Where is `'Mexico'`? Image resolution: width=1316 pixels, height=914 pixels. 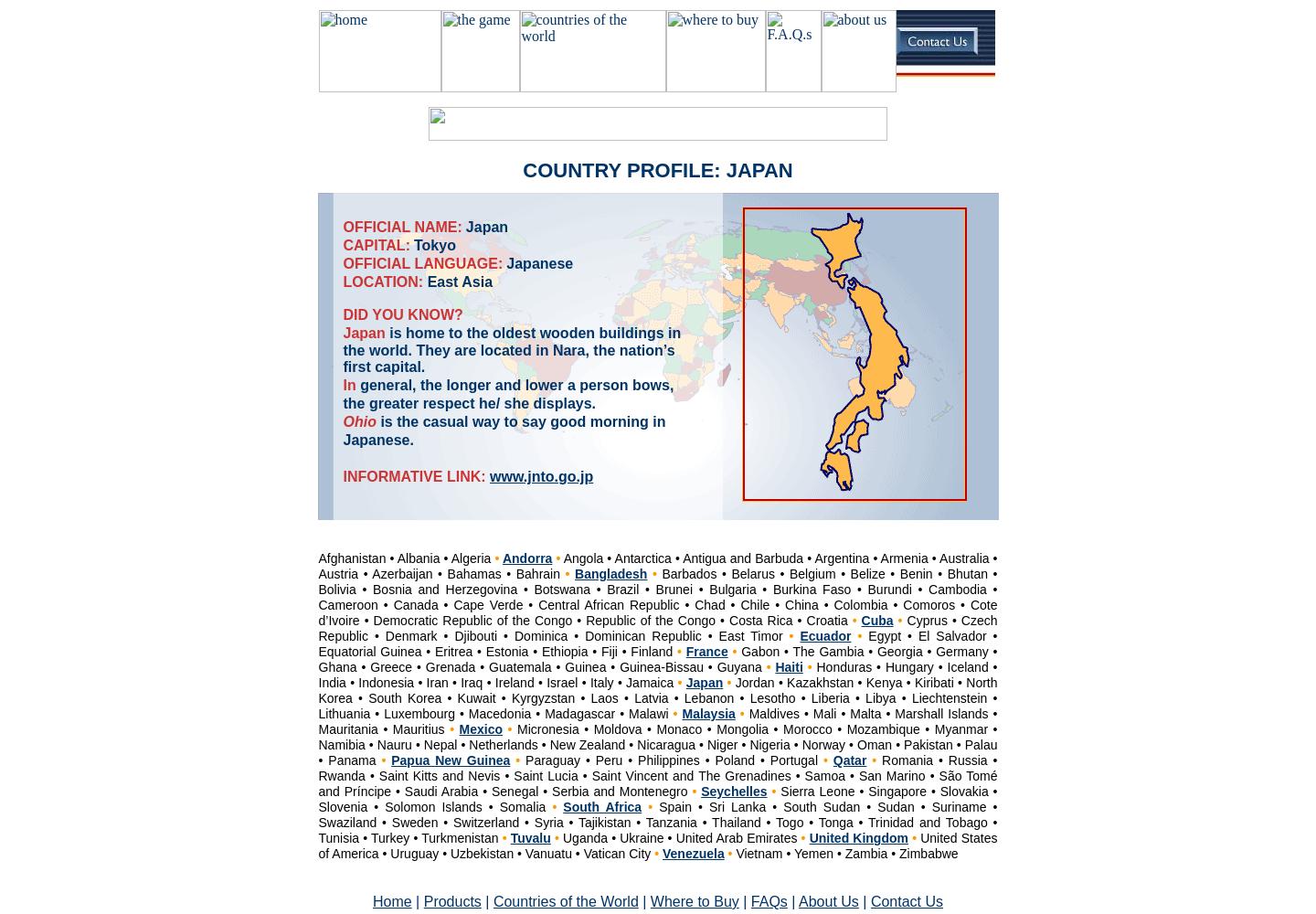 'Mexico' is located at coordinates (480, 729).